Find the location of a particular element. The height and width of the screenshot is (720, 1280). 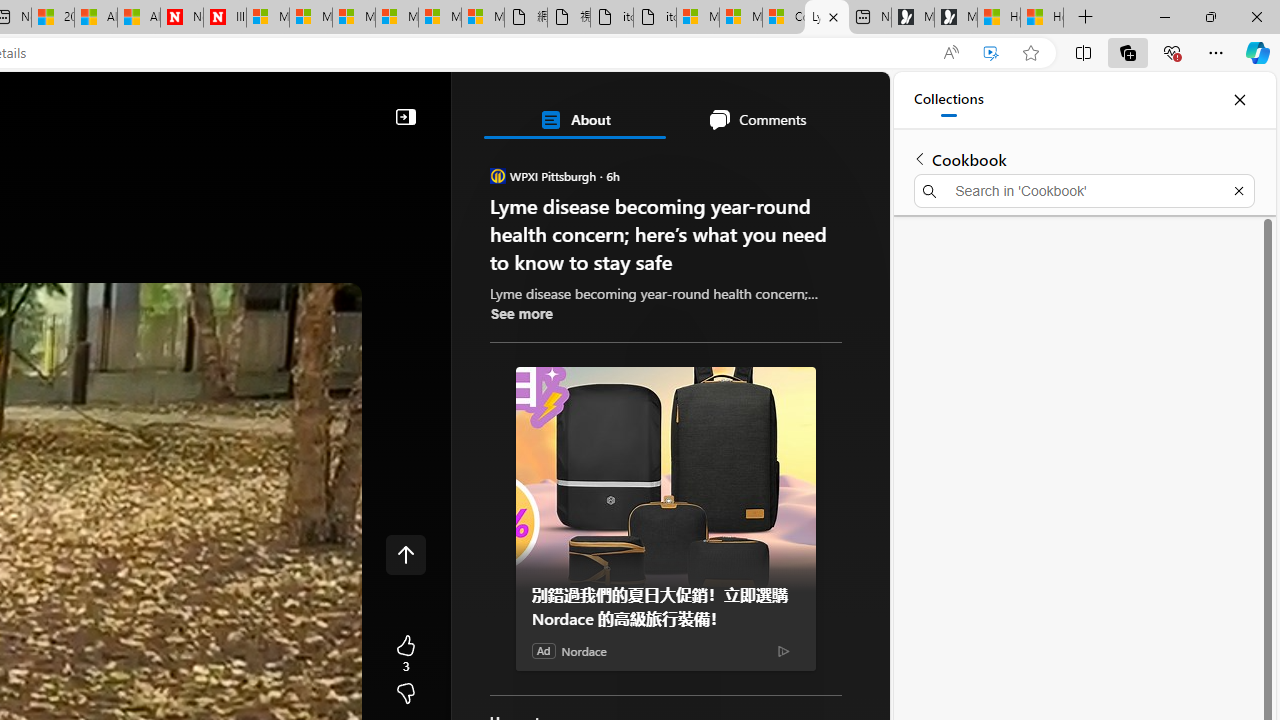

'Ad' is located at coordinates (544, 650).